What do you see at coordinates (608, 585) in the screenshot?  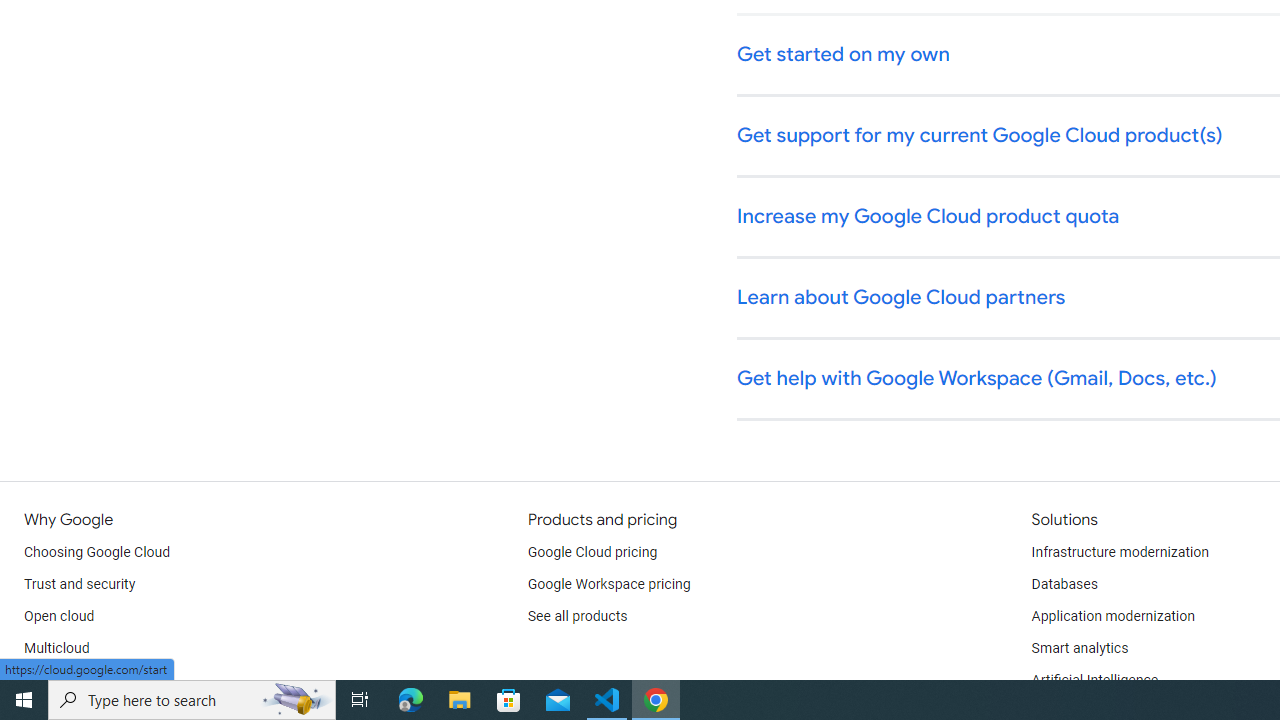 I see `'Google Workspace pricing'` at bounding box center [608, 585].